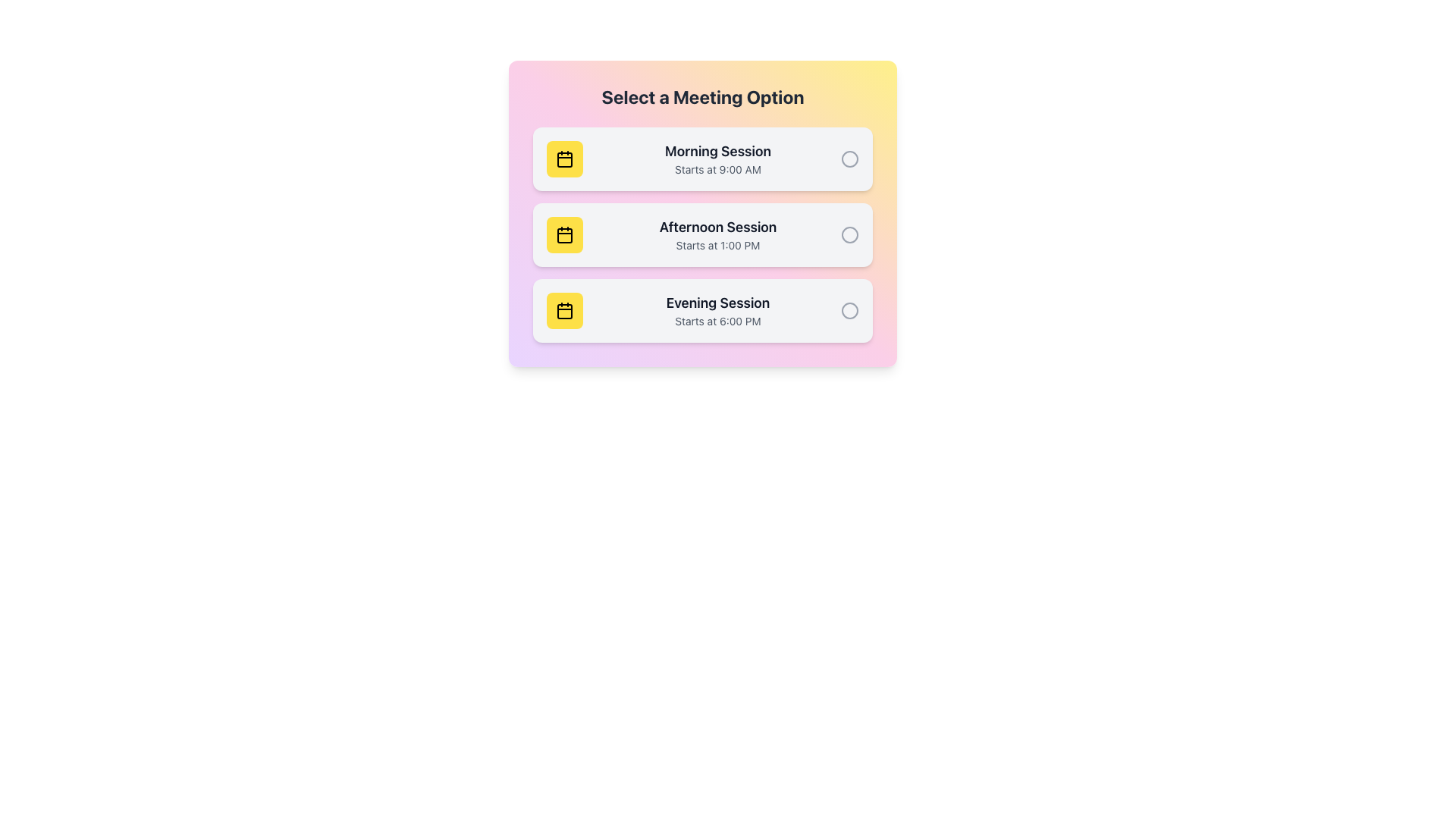  What do you see at coordinates (701, 158) in the screenshot?
I see `the 'Morning Session' interactive selection card` at bounding box center [701, 158].